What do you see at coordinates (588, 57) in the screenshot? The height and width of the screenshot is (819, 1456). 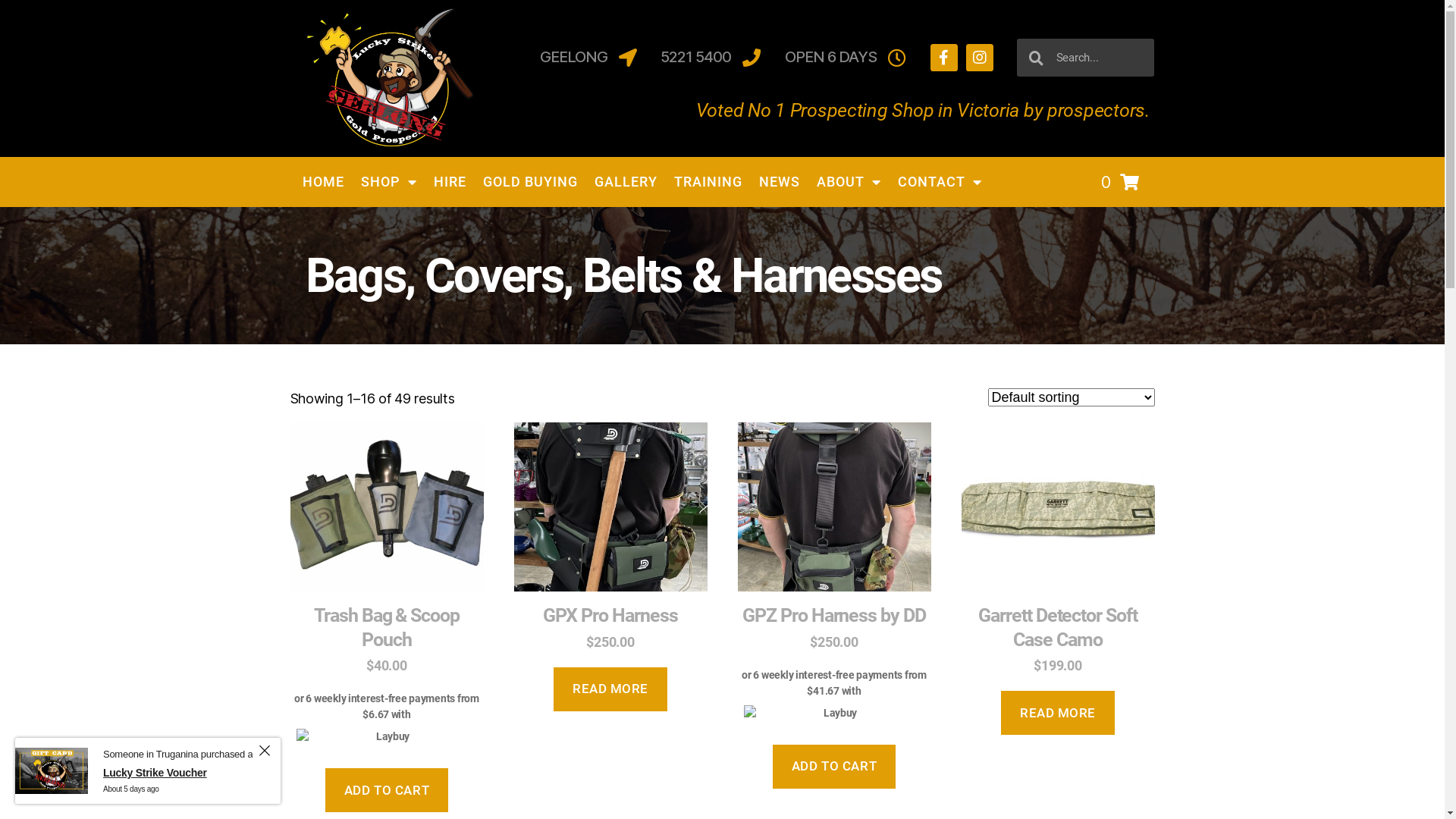 I see `'GEELONG'` at bounding box center [588, 57].